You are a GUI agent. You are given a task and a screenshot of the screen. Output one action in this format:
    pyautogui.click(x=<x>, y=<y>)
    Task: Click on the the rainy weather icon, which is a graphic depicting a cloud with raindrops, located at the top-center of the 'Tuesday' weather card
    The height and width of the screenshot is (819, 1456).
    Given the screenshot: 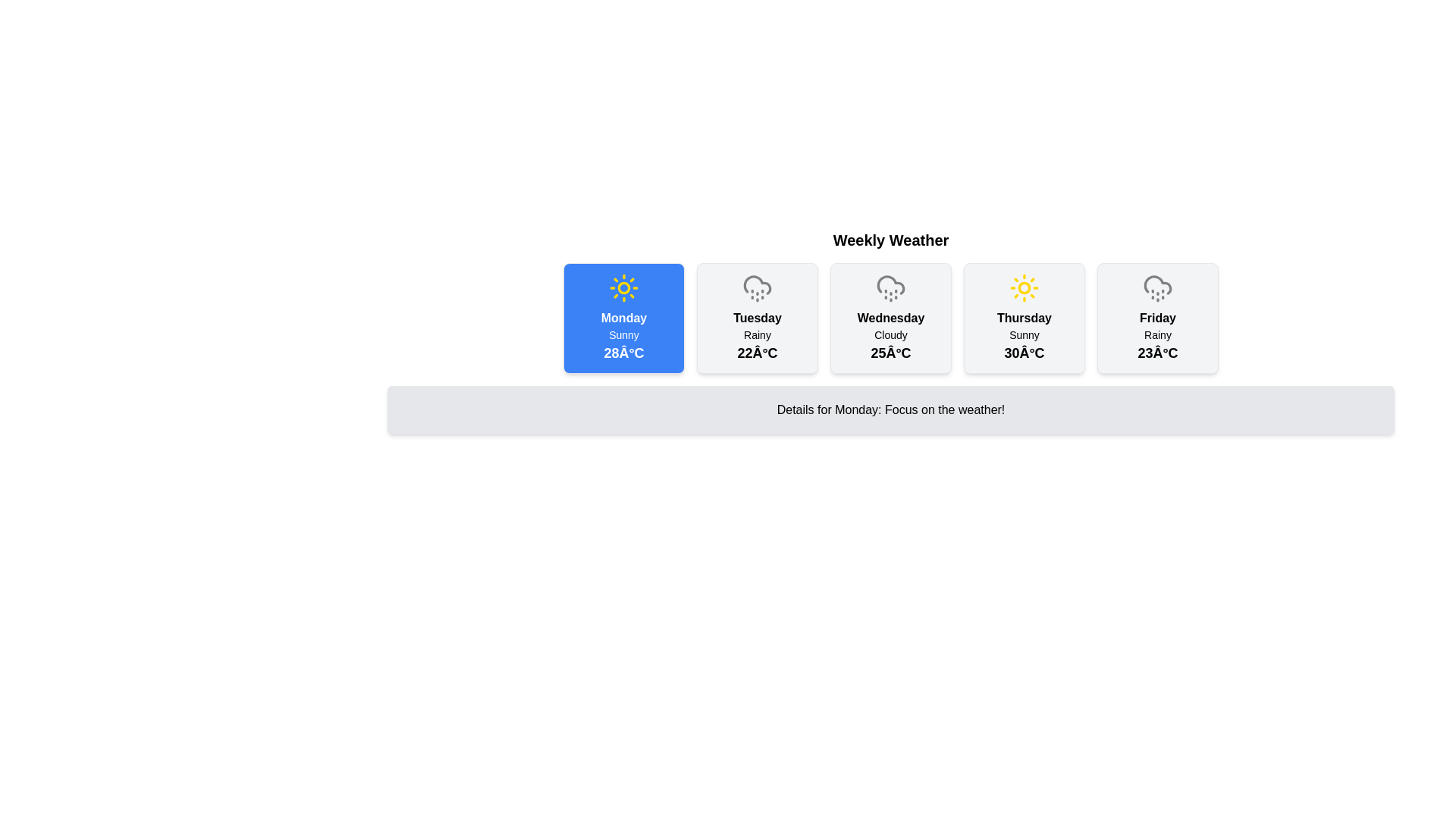 What is the action you would take?
    pyautogui.click(x=757, y=288)
    